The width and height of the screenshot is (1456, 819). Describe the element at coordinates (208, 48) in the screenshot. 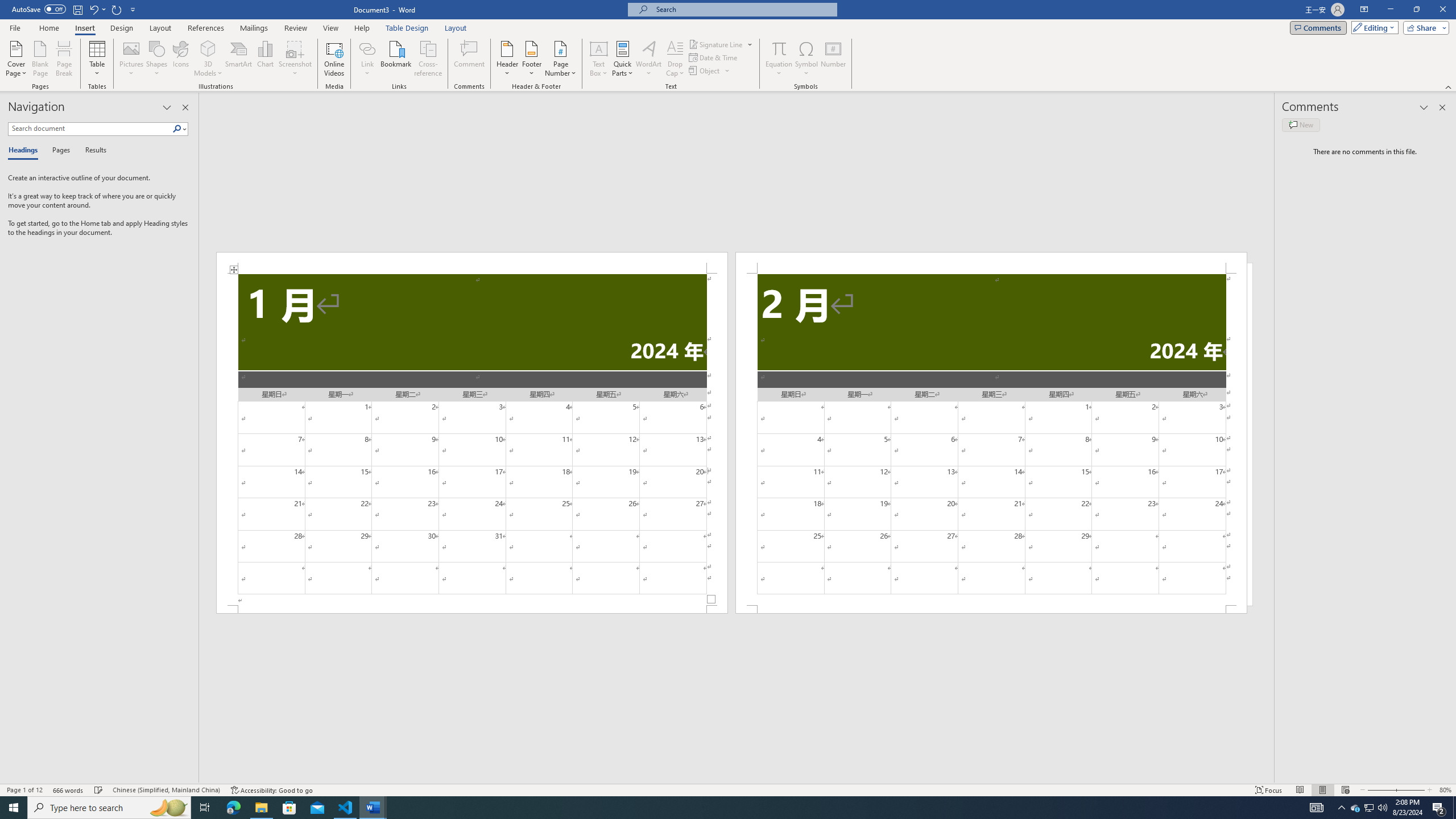

I see `'3D Models'` at that location.